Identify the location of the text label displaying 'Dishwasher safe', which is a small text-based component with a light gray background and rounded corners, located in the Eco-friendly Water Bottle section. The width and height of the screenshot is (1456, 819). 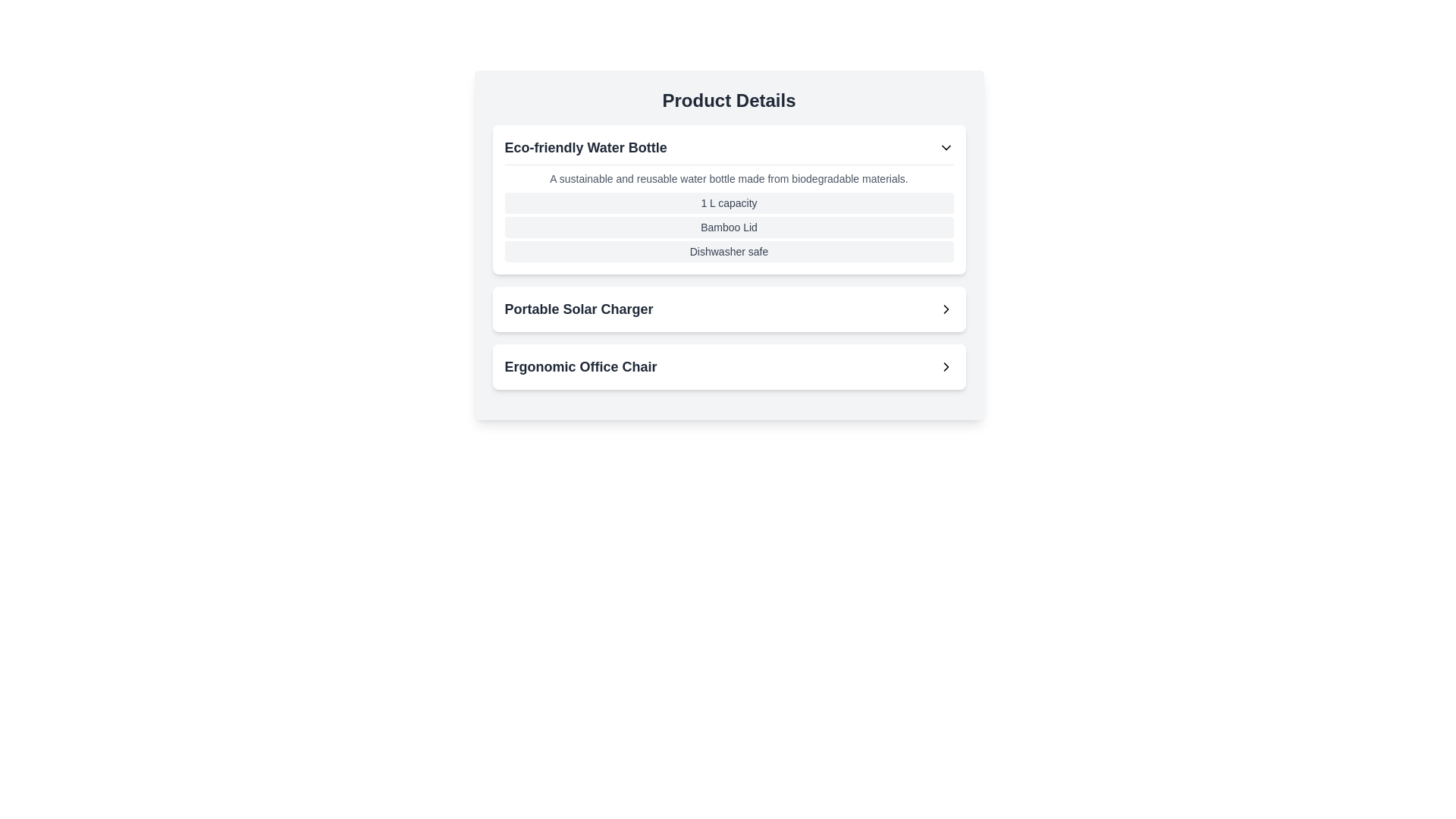
(729, 250).